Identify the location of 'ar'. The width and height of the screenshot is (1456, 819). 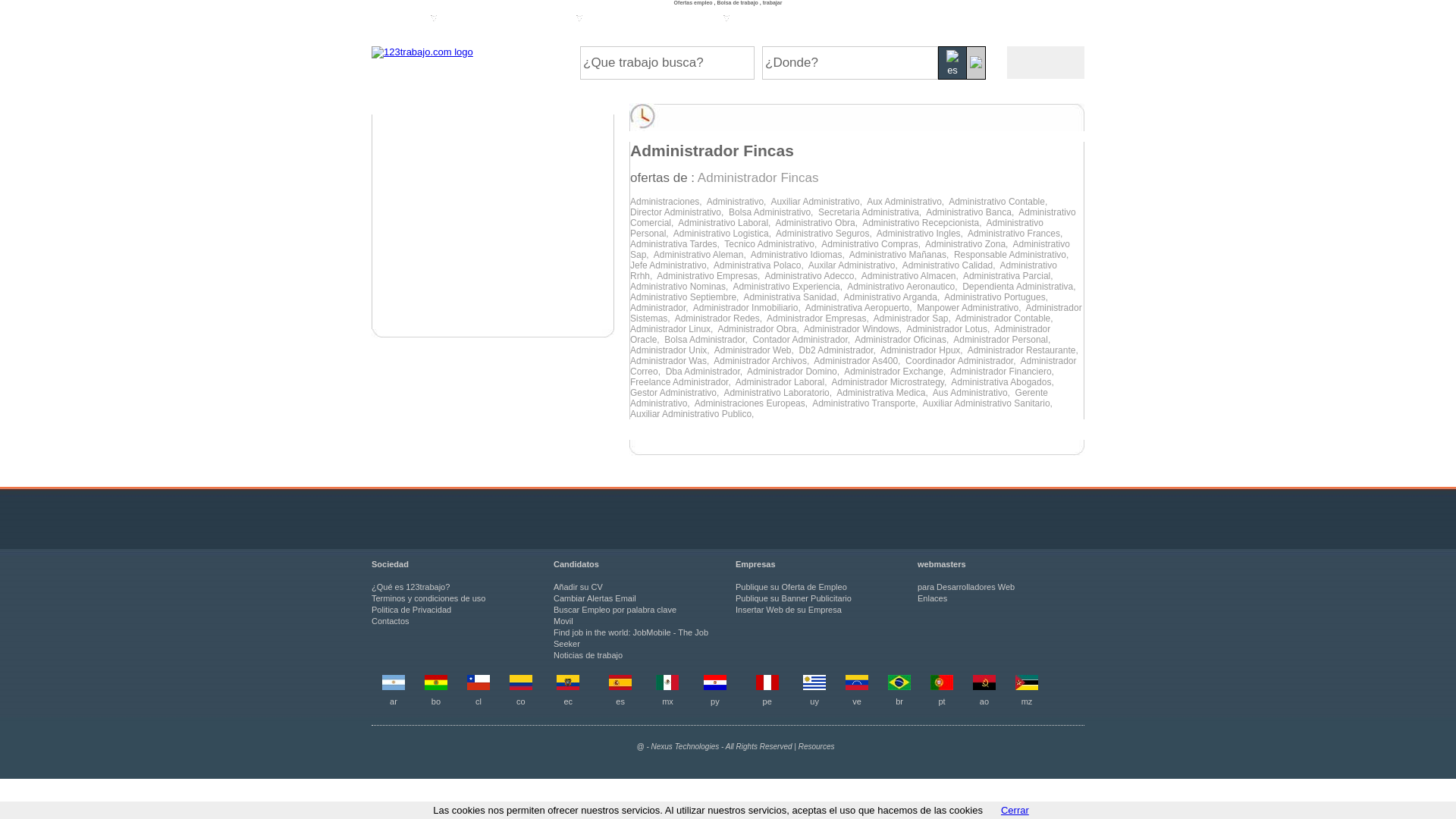
(393, 701).